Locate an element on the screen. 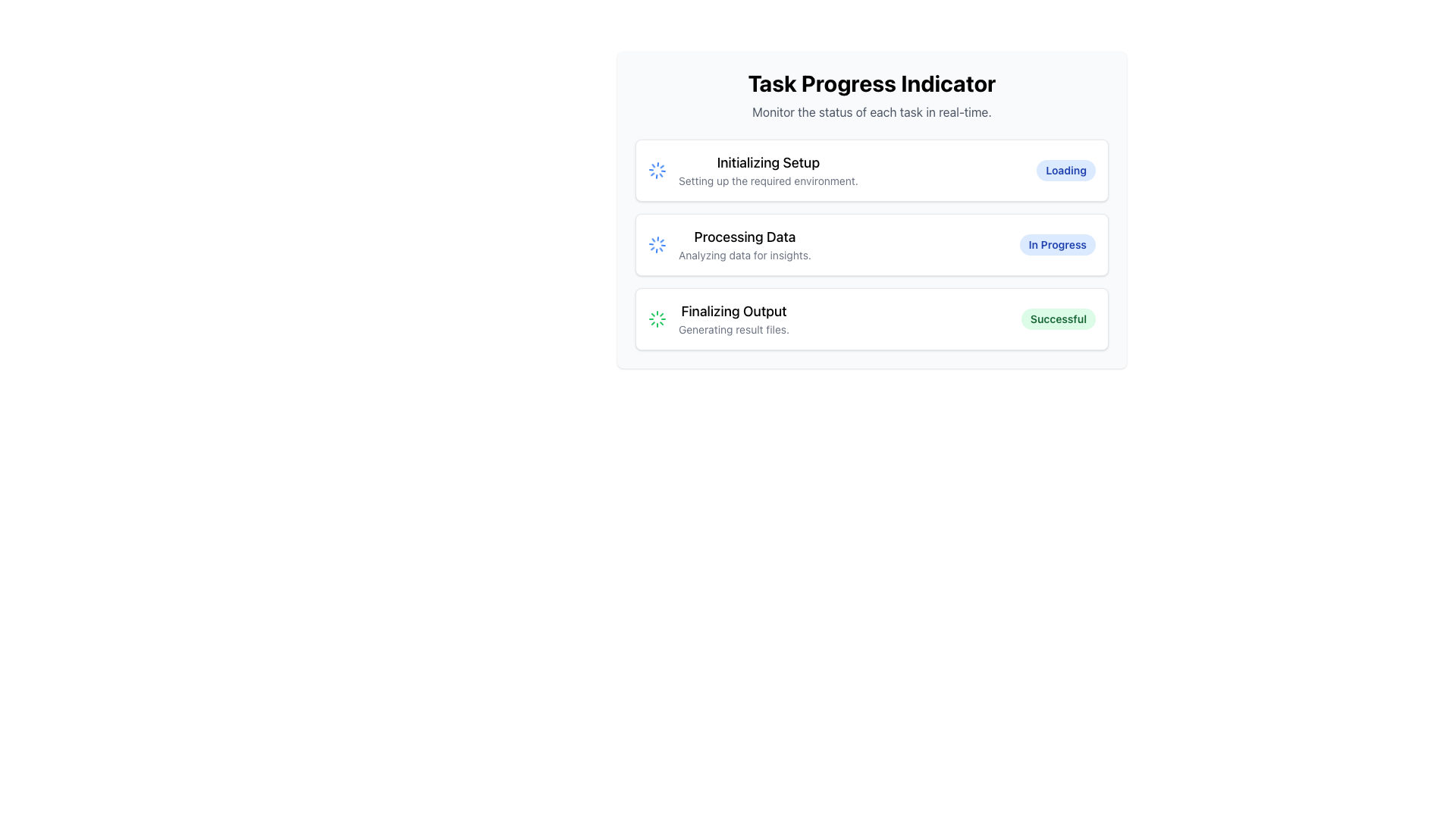 This screenshot has width=1456, height=819. the Animated Loader Icon, which is a spinning loader icon with blue-colored segments, located to the left of the 'Processing Data' text in the second row of the task list is located at coordinates (657, 244).